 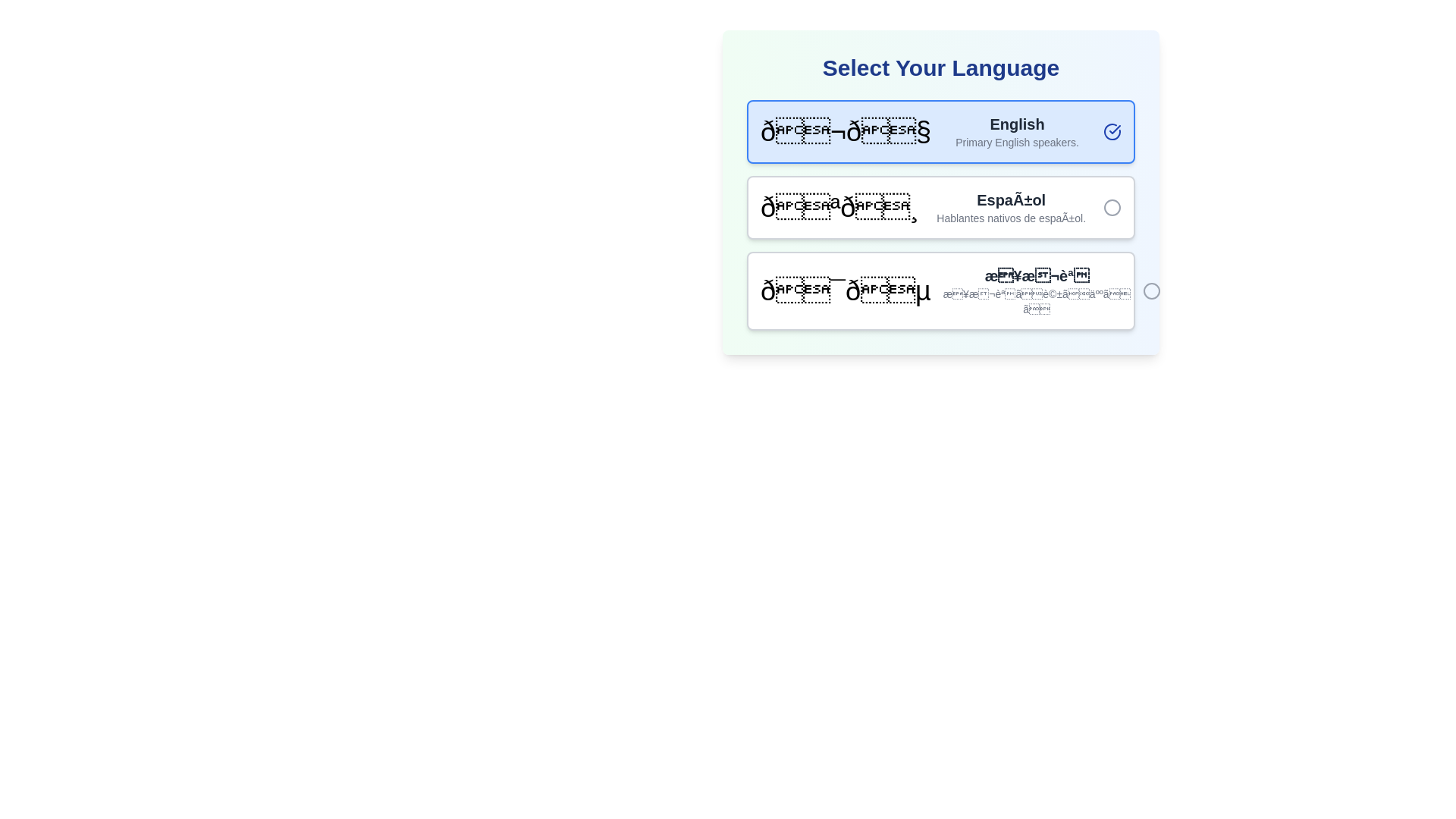 What do you see at coordinates (1011, 199) in the screenshot?
I see `text of the Spanish language option label in the language selection menu, which is positioned at the top of the list of options` at bounding box center [1011, 199].